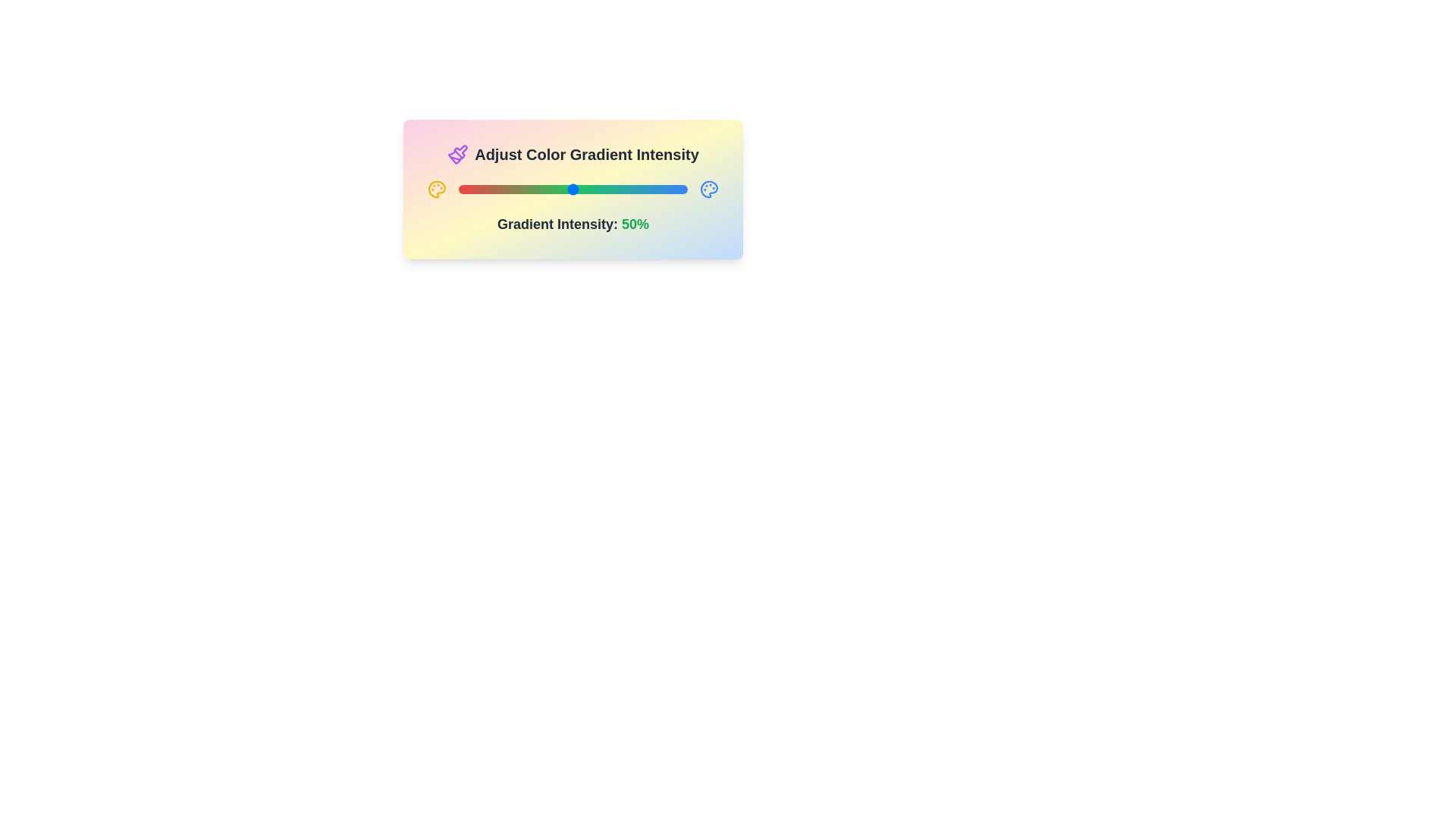 The width and height of the screenshot is (1456, 819). What do you see at coordinates (436, 189) in the screenshot?
I see `the left_palette icon to trigger its interaction` at bounding box center [436, 189].